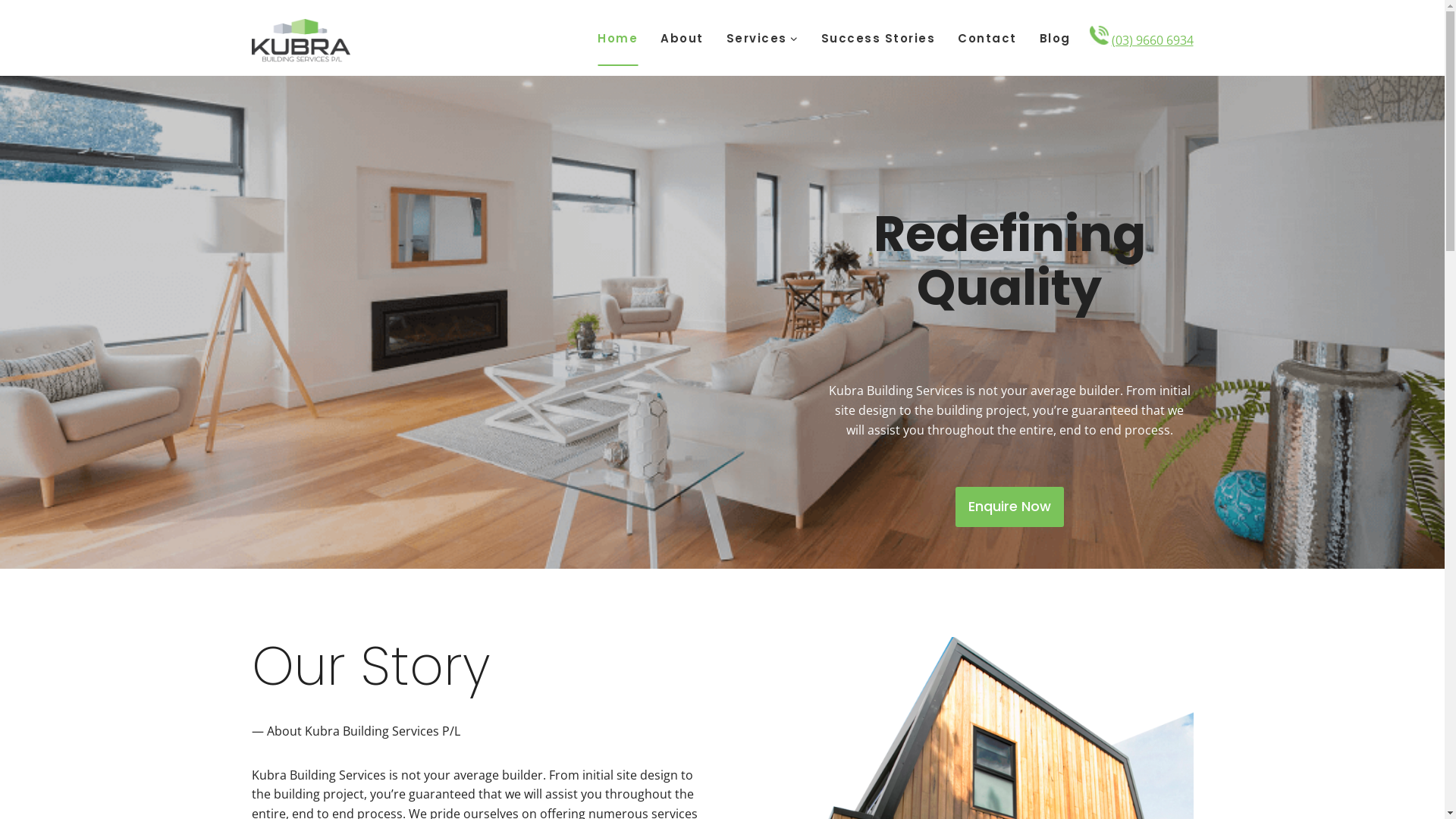 The height and width of the screenshot is (819, 1456). What do you see at coordinates (1009, 507) in the screenshot?
I see `'Enquire Now'` at bounding box center [1009, 507].